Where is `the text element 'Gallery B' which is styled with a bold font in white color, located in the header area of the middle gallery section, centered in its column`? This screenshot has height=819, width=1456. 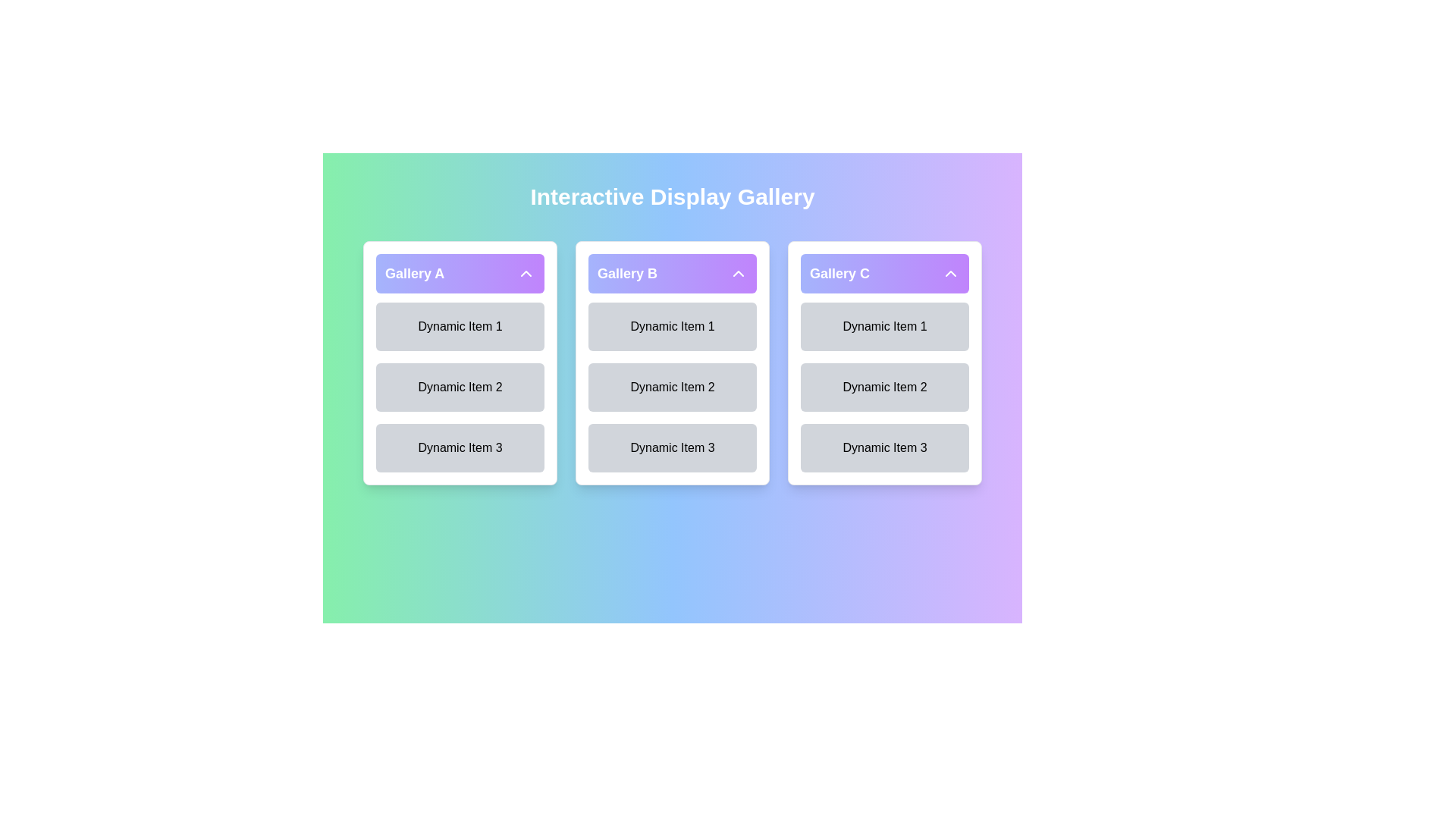
the text element 'Gallery B' which is styled with a bold font in white color, located in the header area of the middle gallery section, centered in its column is located at coordinates (627, 274).